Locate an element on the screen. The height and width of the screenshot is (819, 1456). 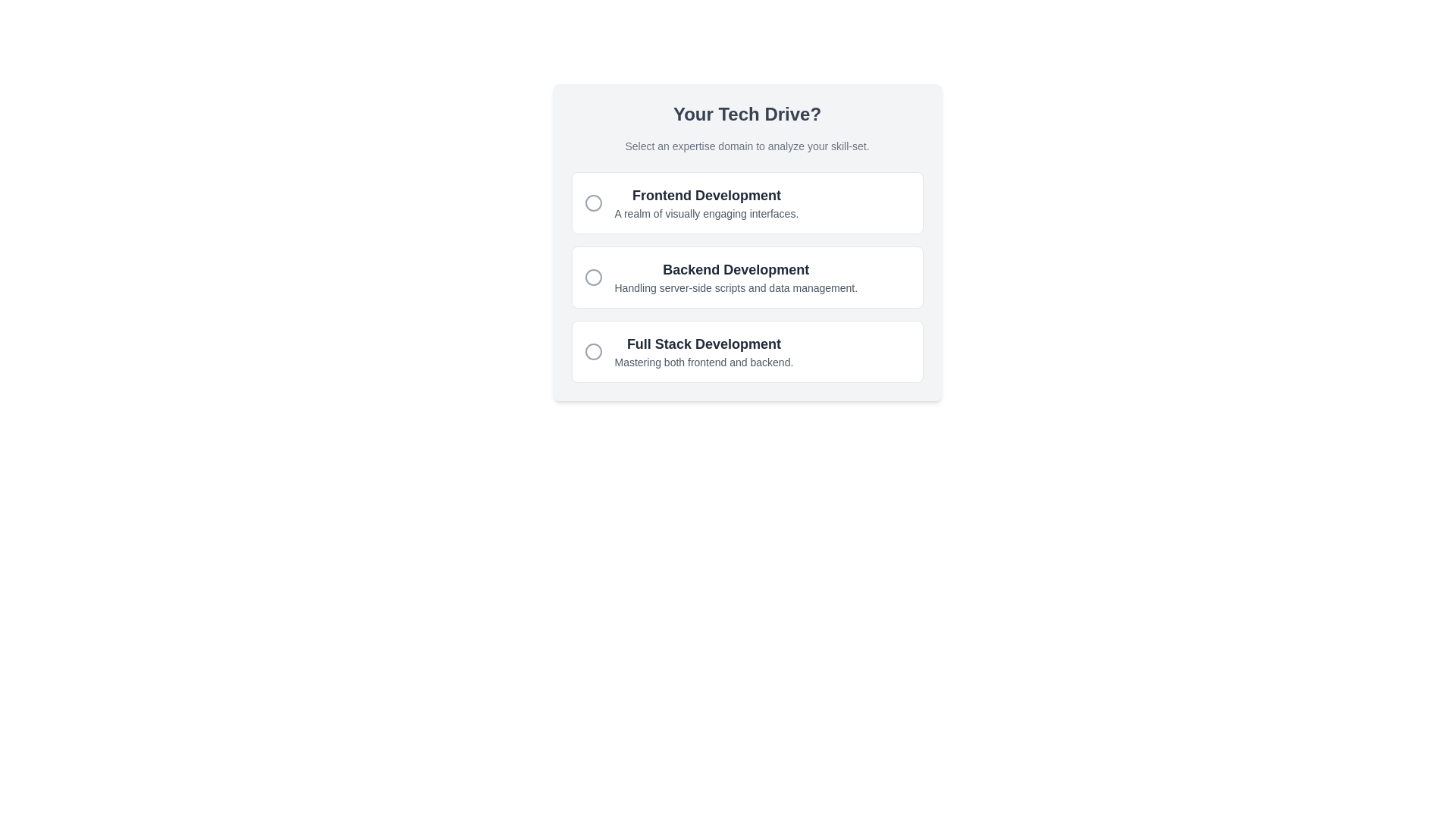
the selectable list item labeled 'Backend Development' is located at coordinates (747, 278).